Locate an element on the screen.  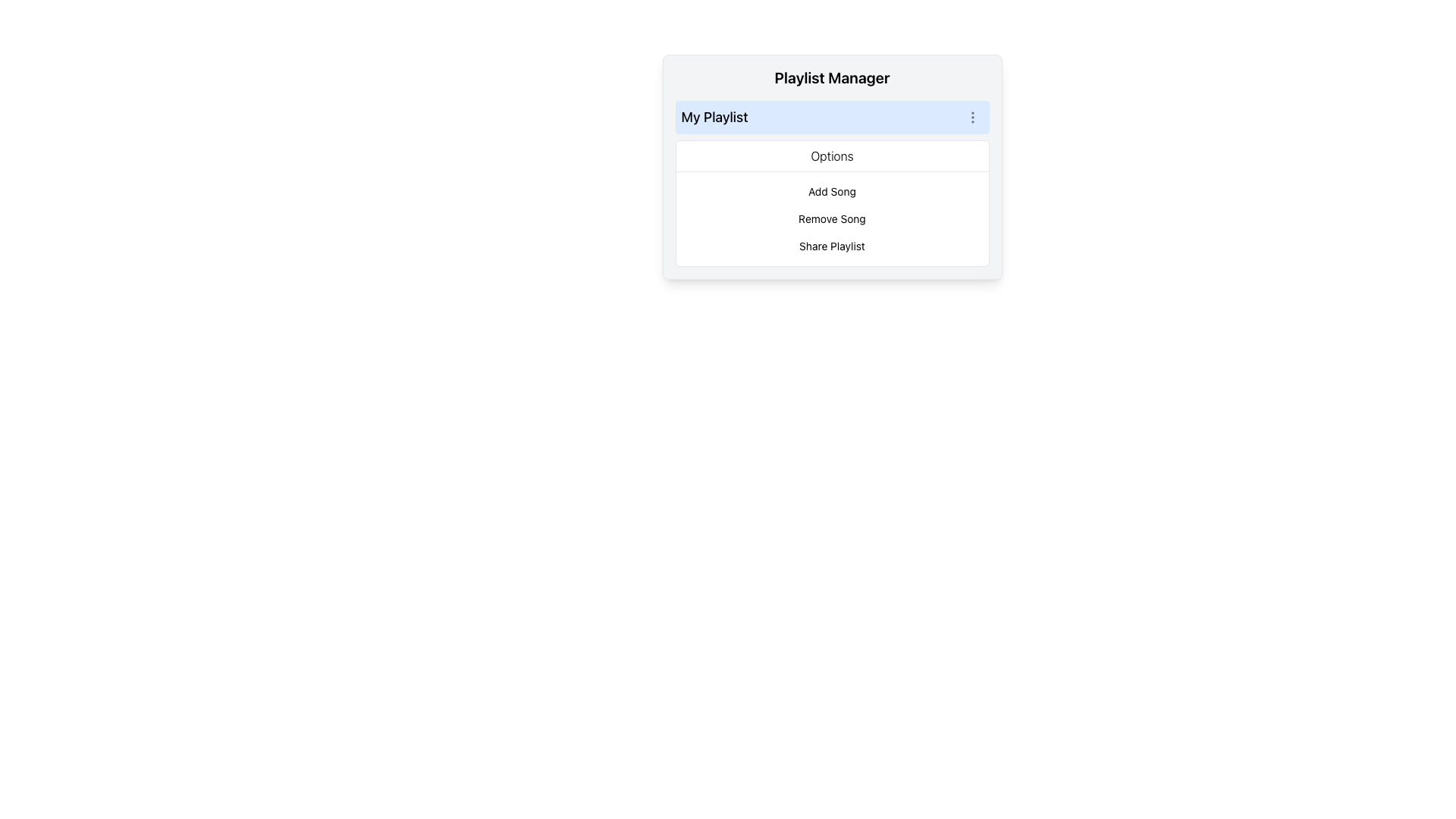
the text element labeled 'Add Song' located in the dropdown menu under the 'Options' header is located at coordinates (831, 191).